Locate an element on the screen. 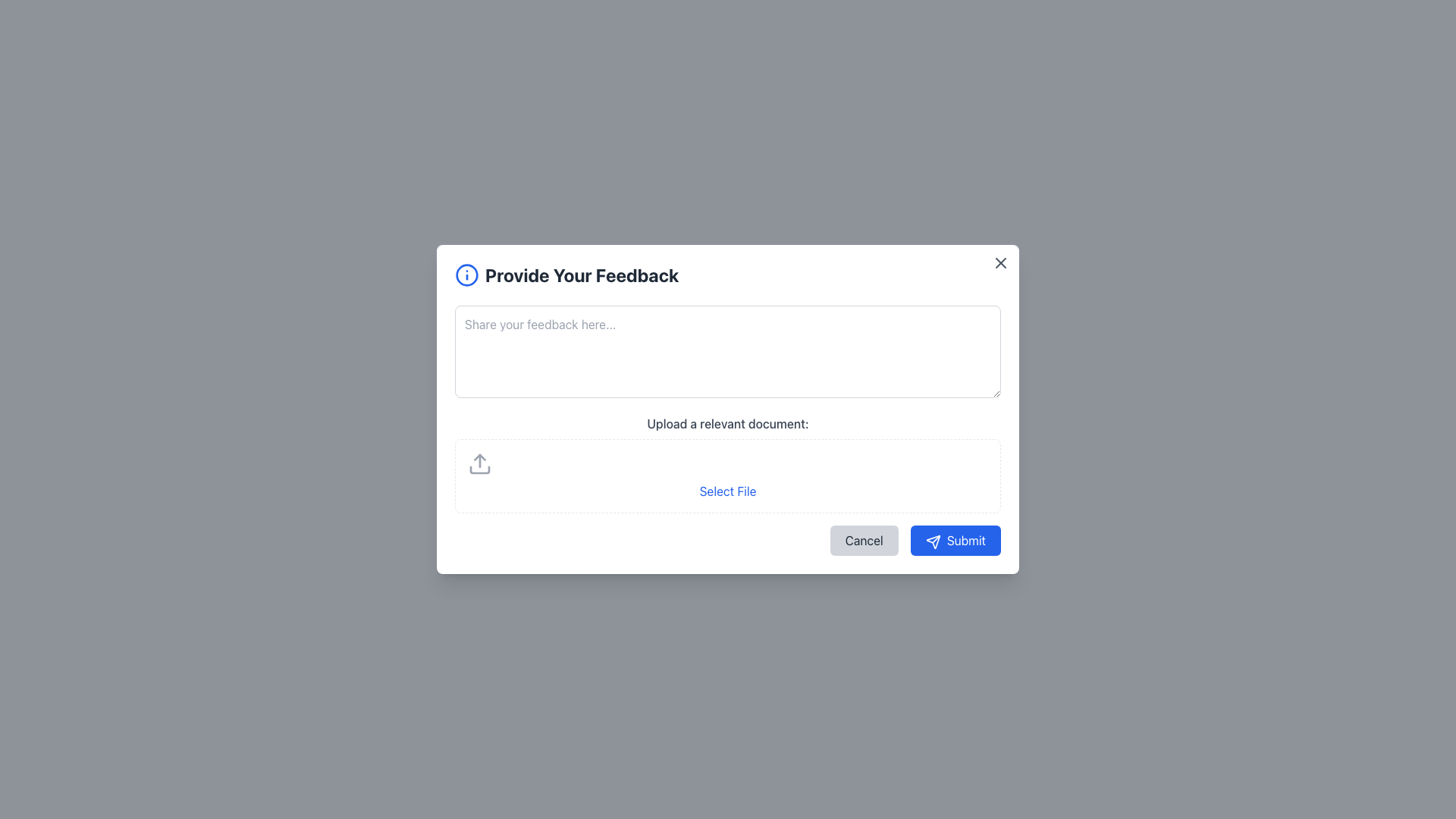 The height and width of the screenshot is (819, 1456). the close button located at the top-right corner of the 'Provide Your Feedback' modal is located at coordinates (1001, 262).